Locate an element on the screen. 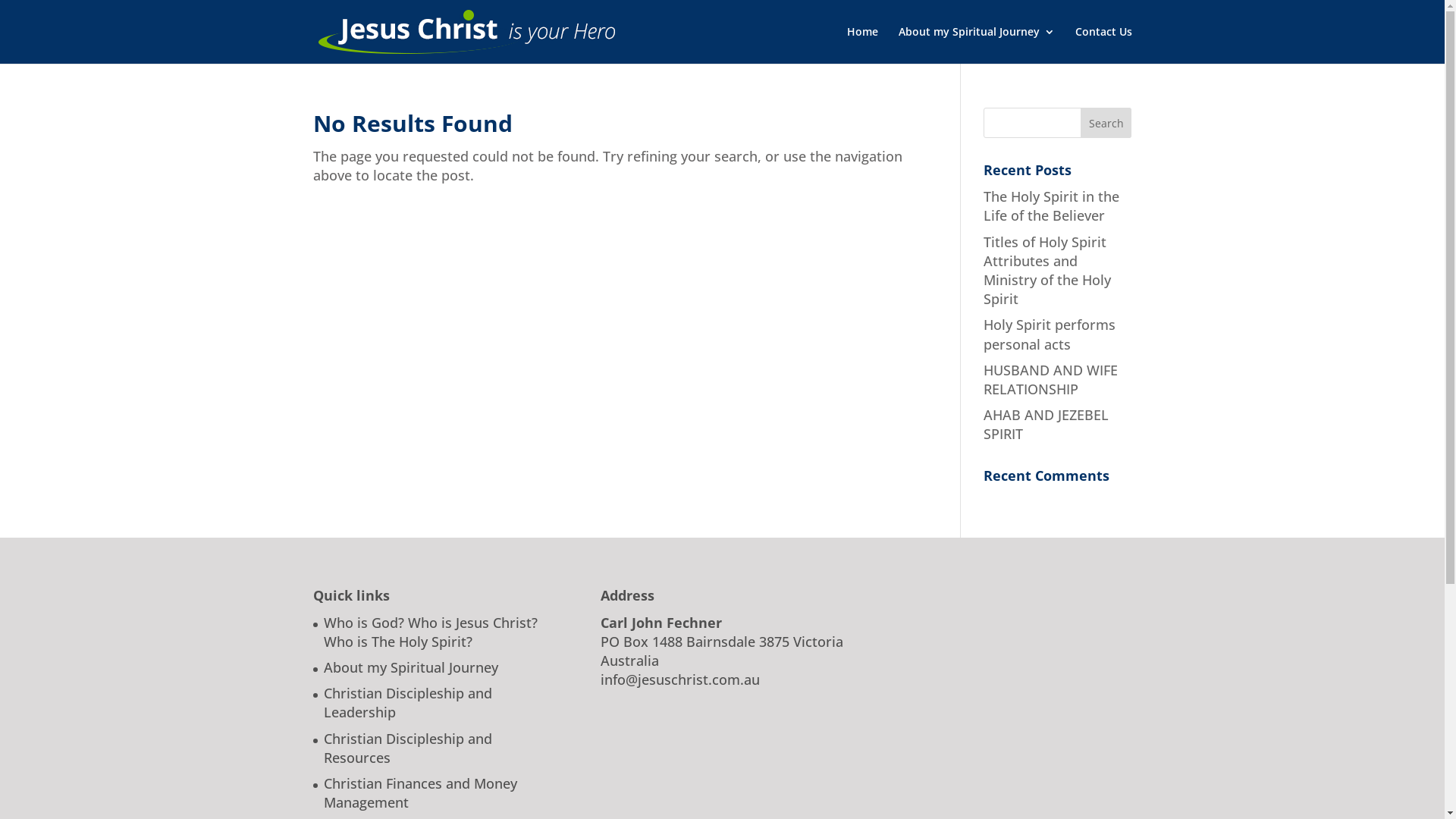  'Who is God? Who is Jesus Christ? Who is The Holy Spirit?' is located at coordinates (322, 632).